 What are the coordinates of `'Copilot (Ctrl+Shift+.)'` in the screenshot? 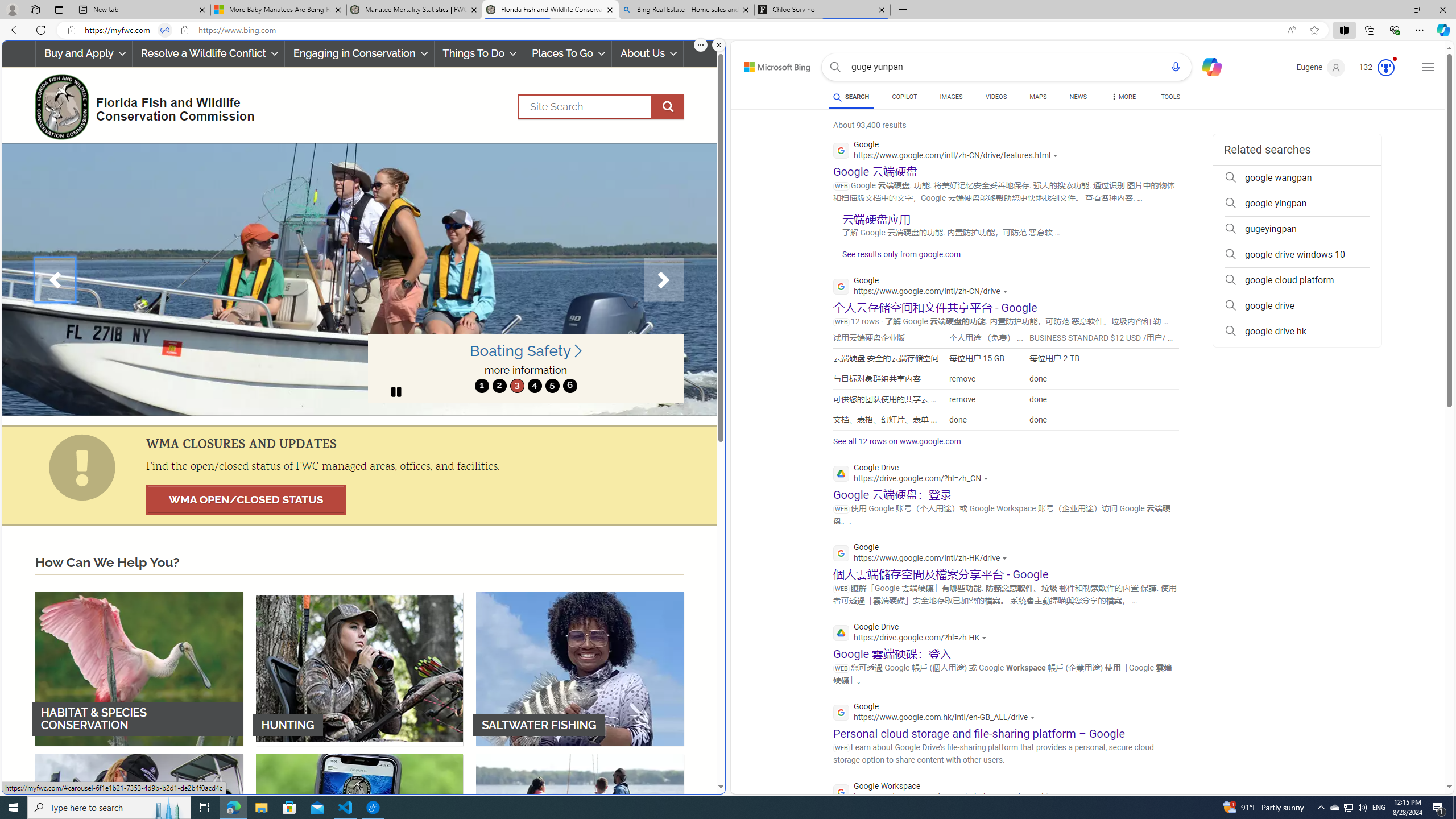 It's located at (1442, 29).